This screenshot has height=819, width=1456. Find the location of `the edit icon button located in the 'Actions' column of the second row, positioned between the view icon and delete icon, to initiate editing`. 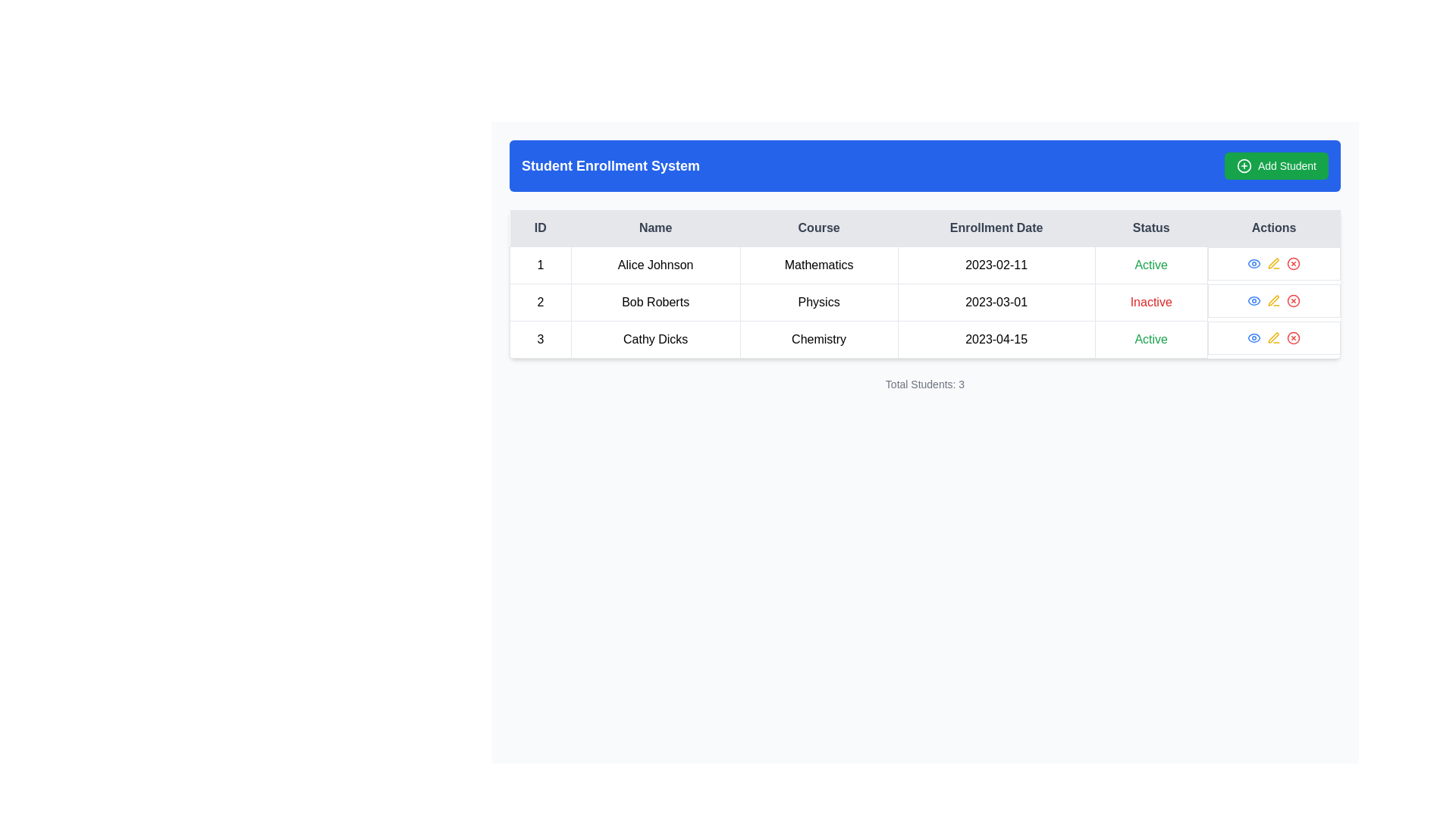

the edit icon button located in the 'Actions' column of the second row, positioned between the view icon and delete icon, to initiate editing is located at coordinates (1274, 262).